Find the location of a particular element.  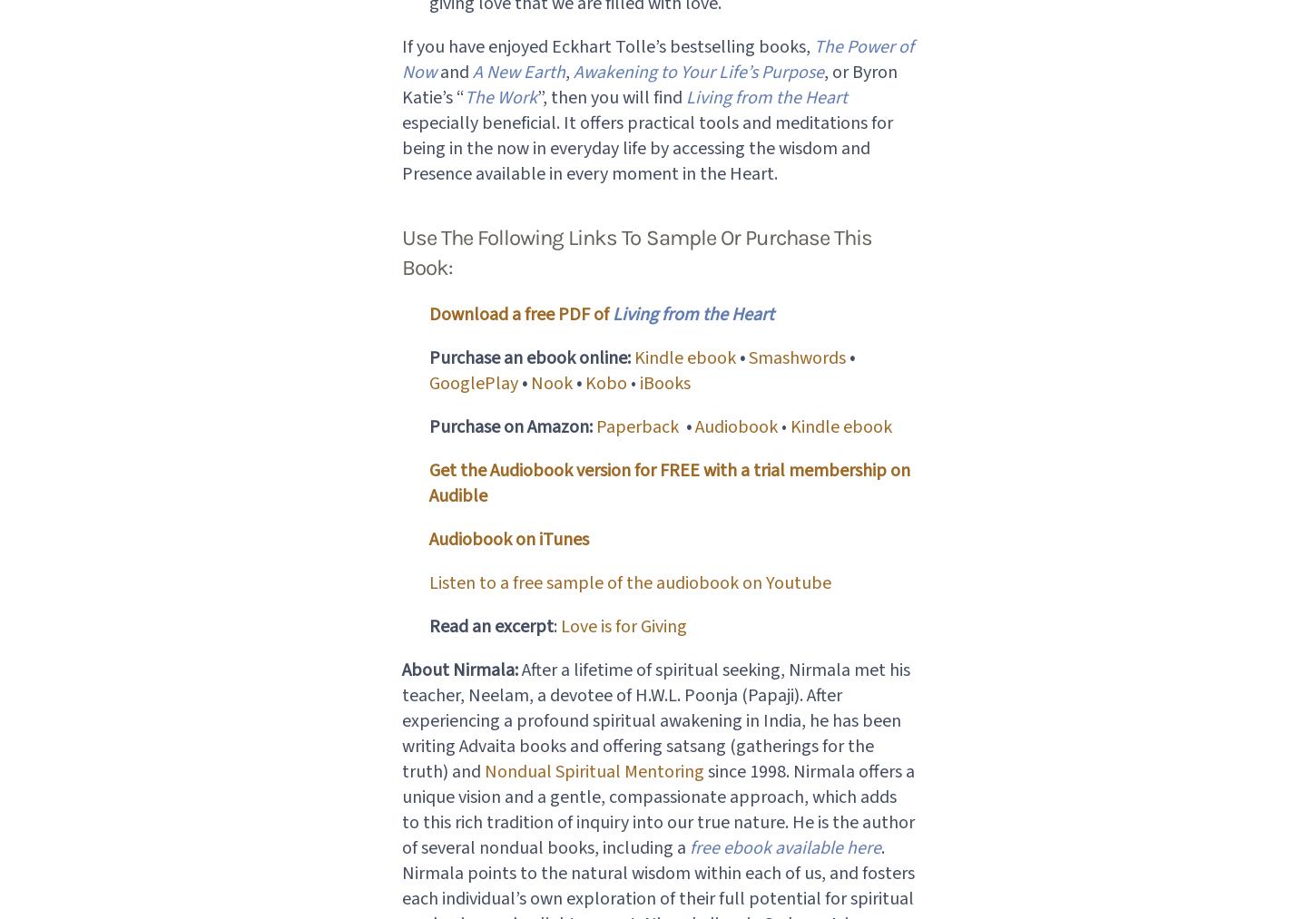

'iBooks' is located at coordinates (663, 382).